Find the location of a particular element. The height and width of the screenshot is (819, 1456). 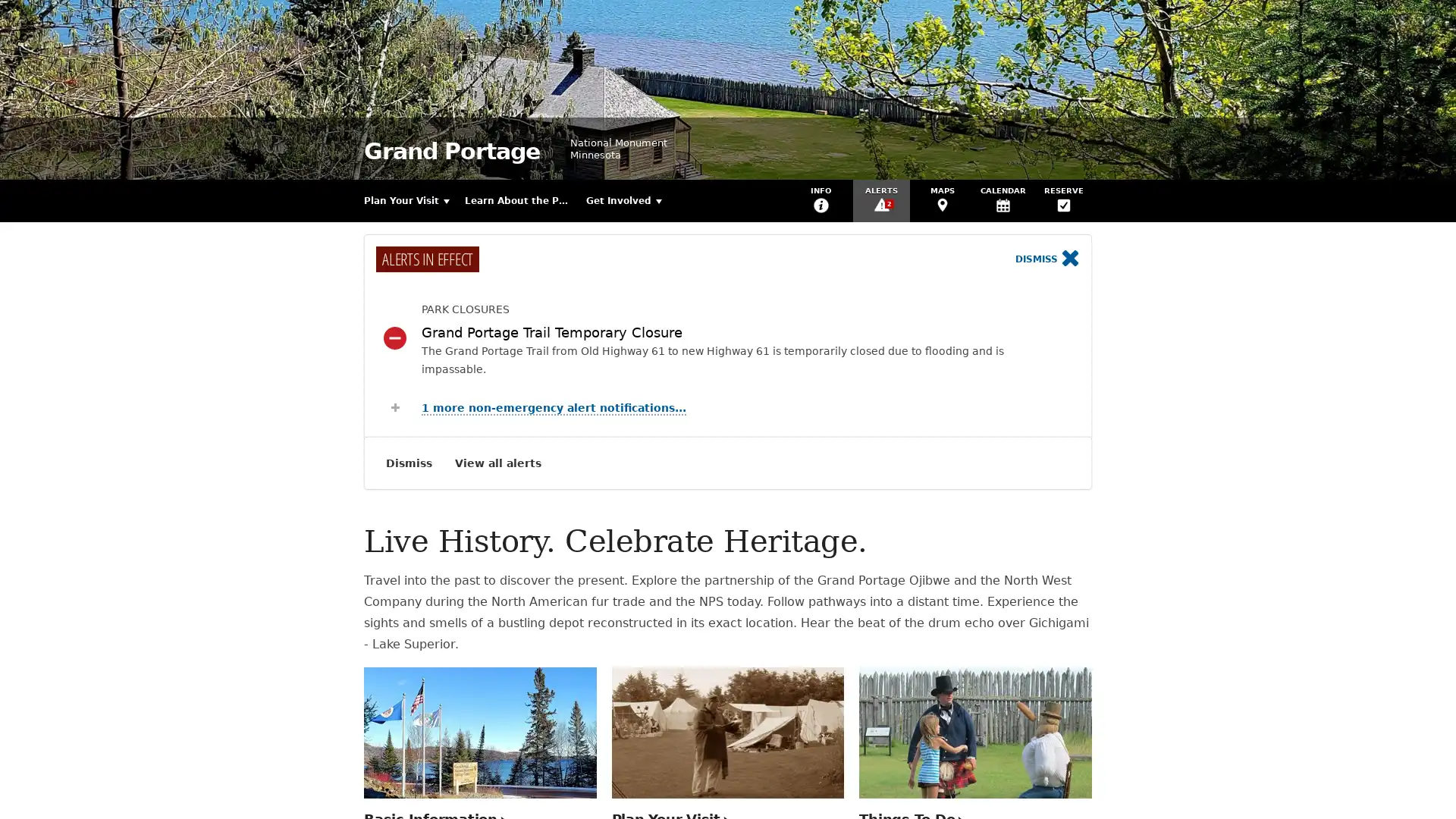

Dismiss Alerts Notification is located at coordinates (409, 462).